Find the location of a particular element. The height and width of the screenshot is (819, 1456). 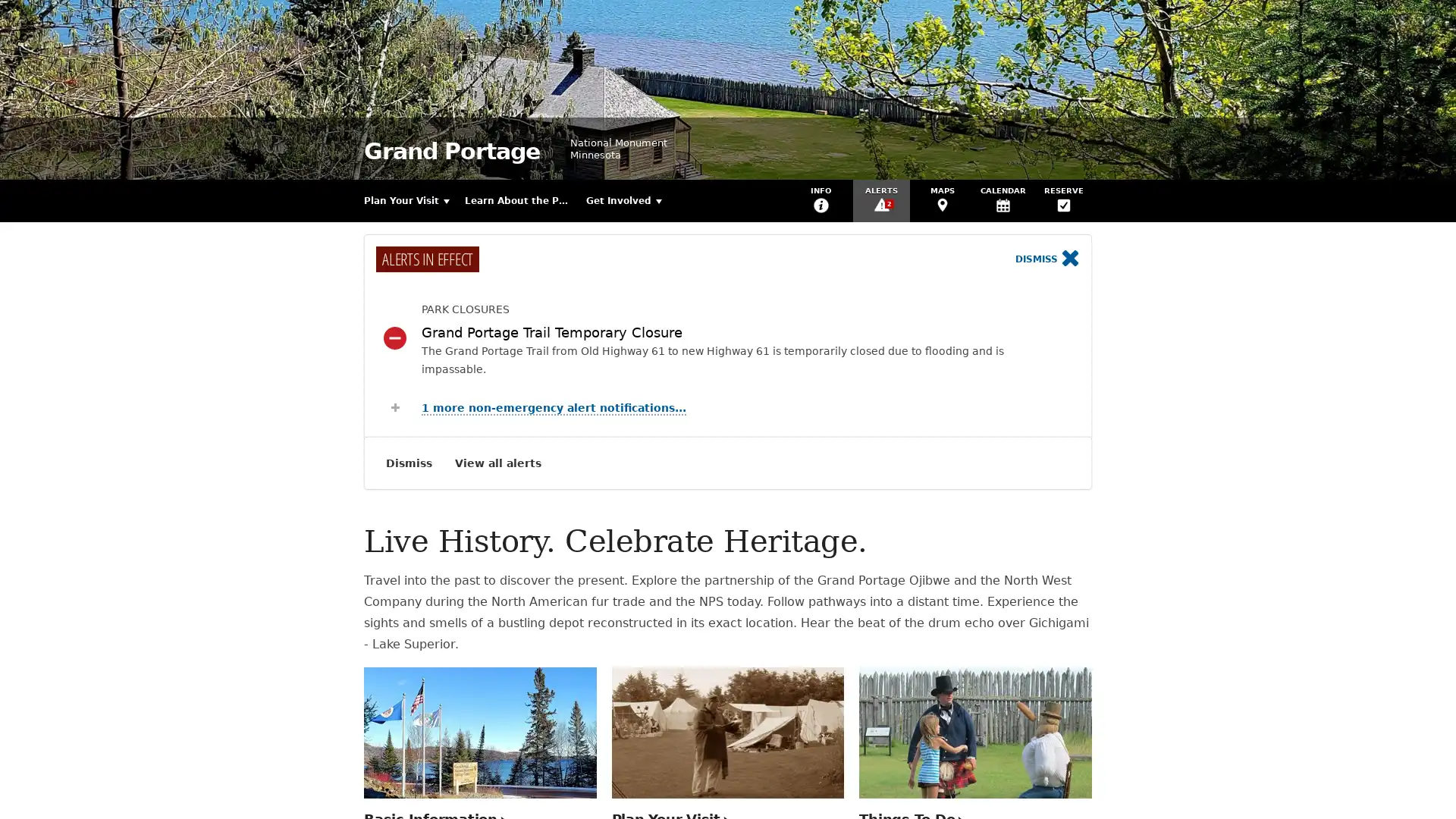

Dismiss Alerts Notification is located at coordinates (409, 462).